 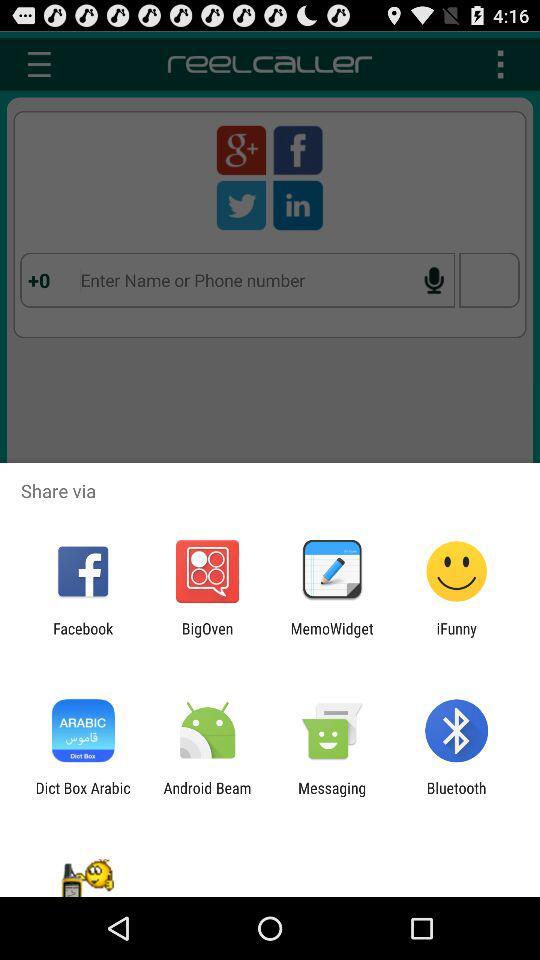 What do you see at coordinates (332, 636) in the screenshot?
I see `app next to bigoven item` at bounding box center [332, 636].